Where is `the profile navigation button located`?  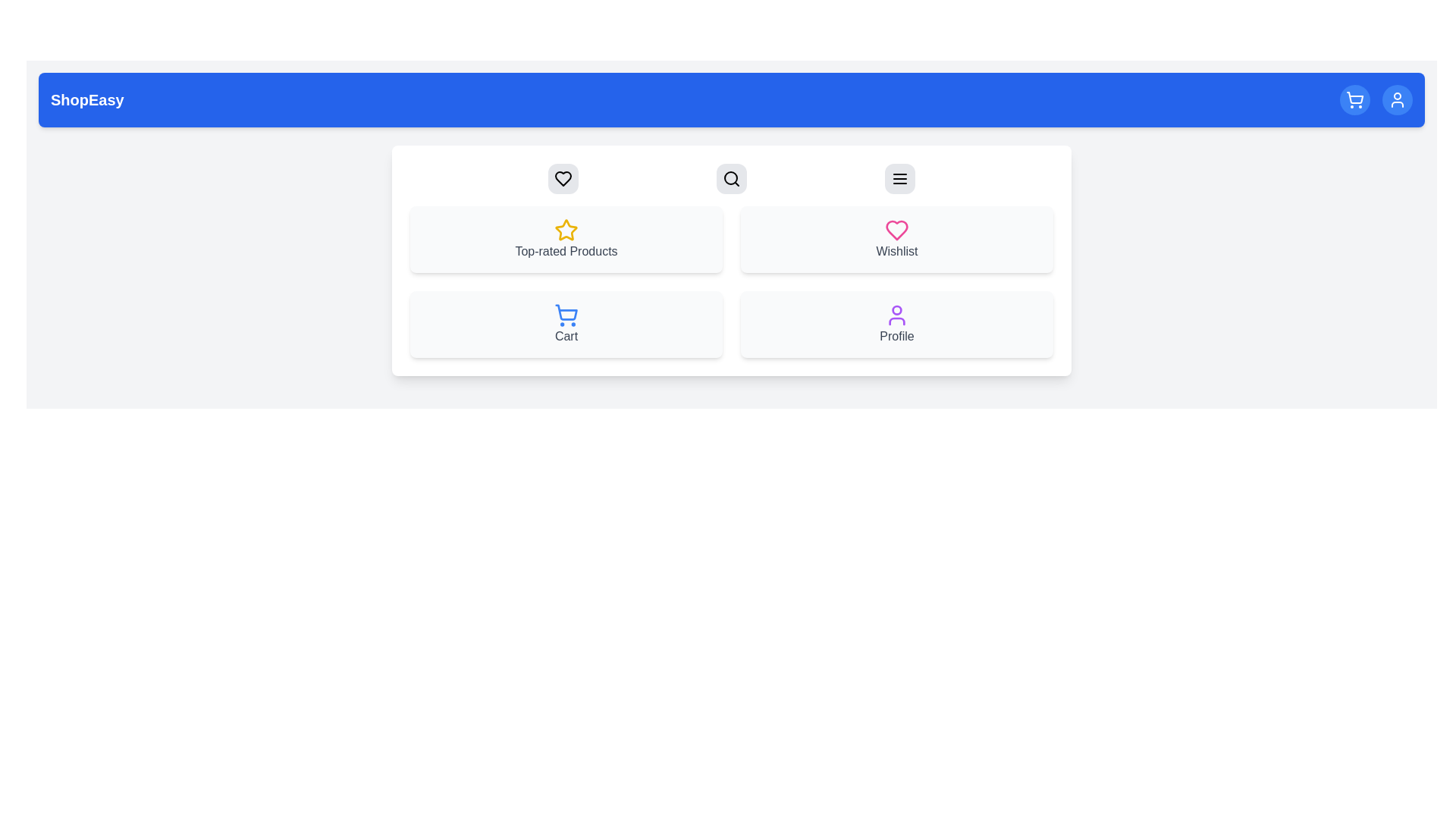 the profile navigation button located is located at coordinates (1397, 99).